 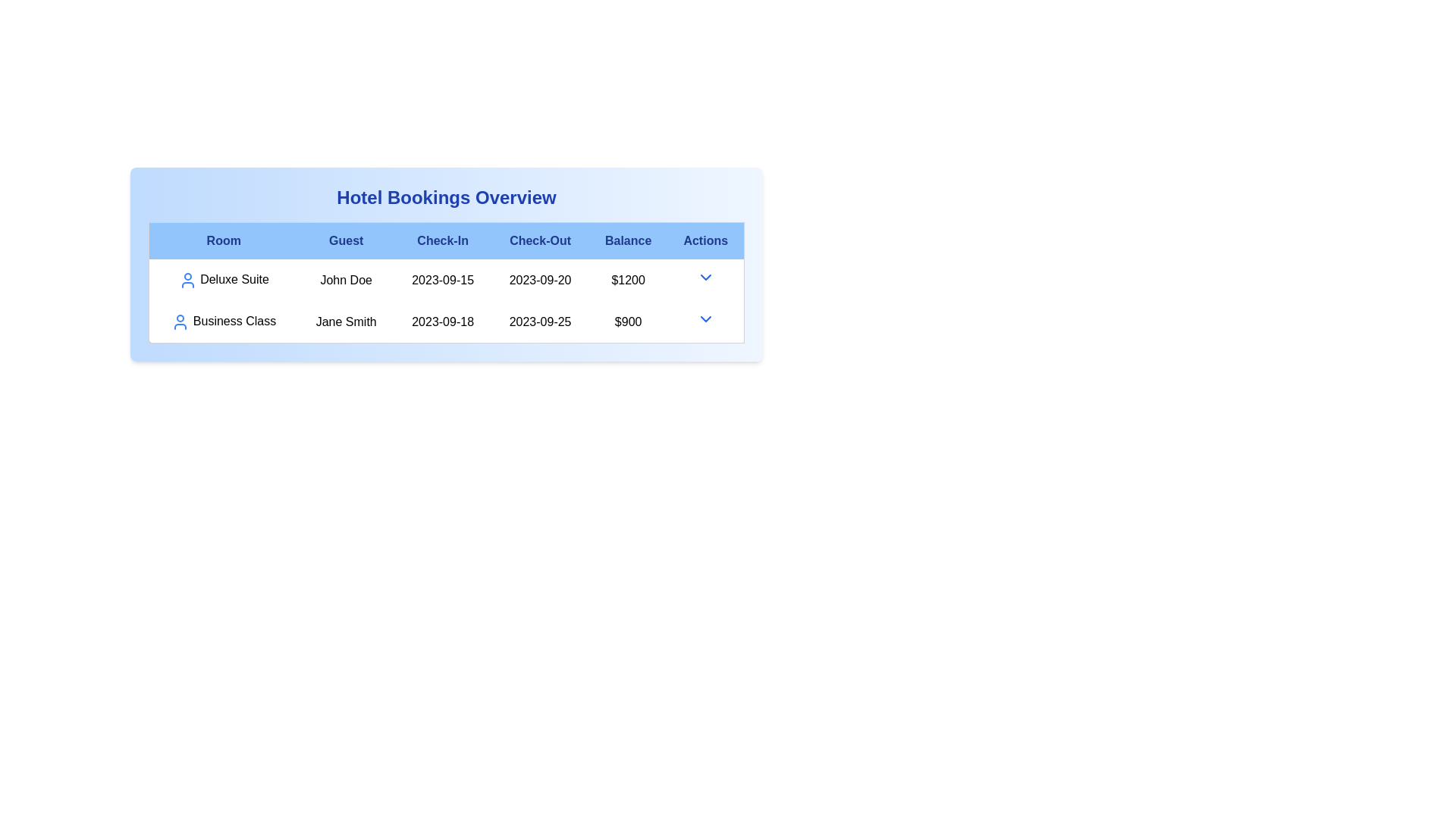 What do you see at coordinates (222, 280) in the screenshot?
I see `the text within the table cell to select it` at bounding box center [222, 280].